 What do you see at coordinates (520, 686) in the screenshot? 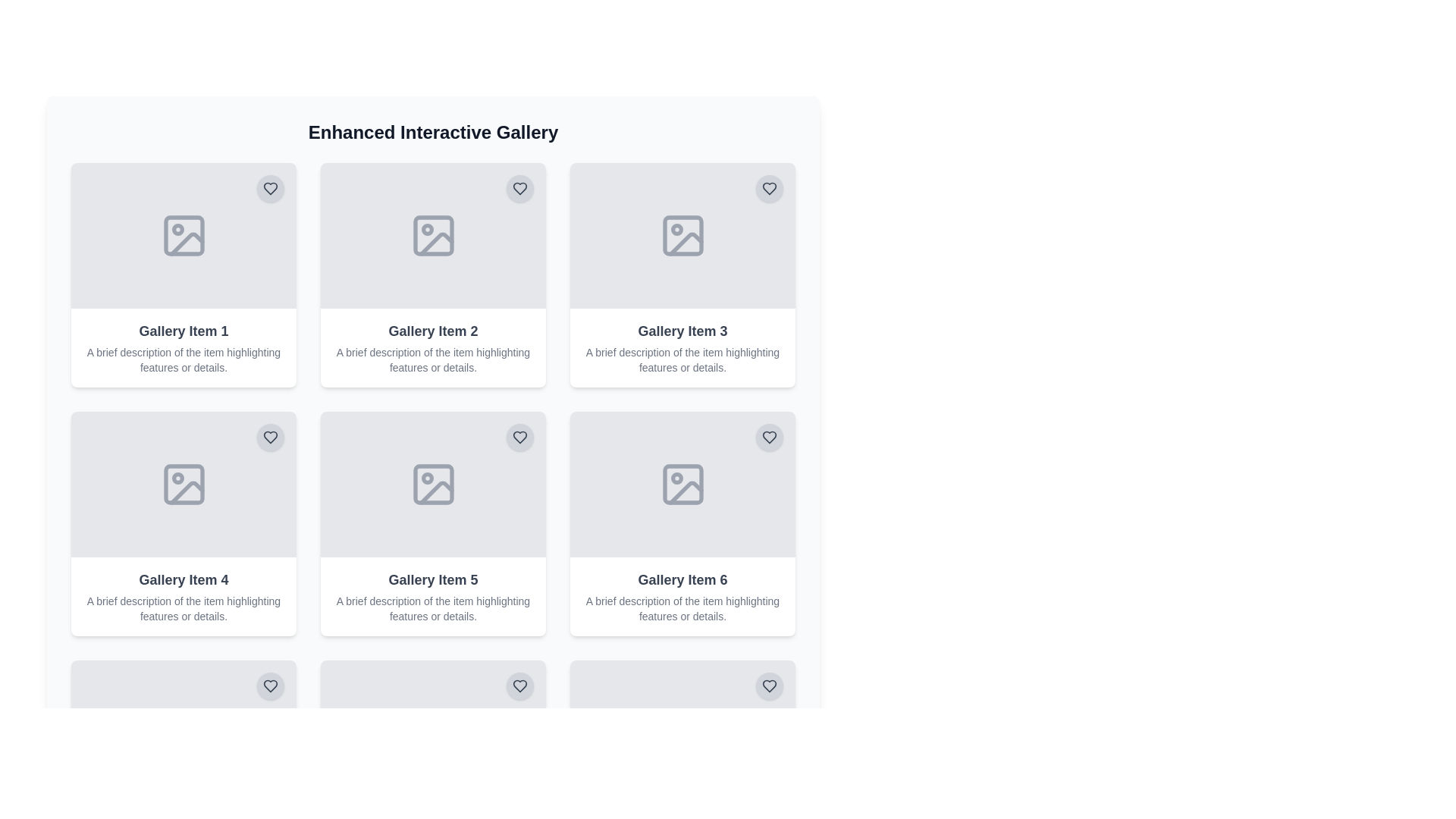
I see `the heart icon located in the top-right corner of the sixth gallery card` at bounding box center [520, 686].